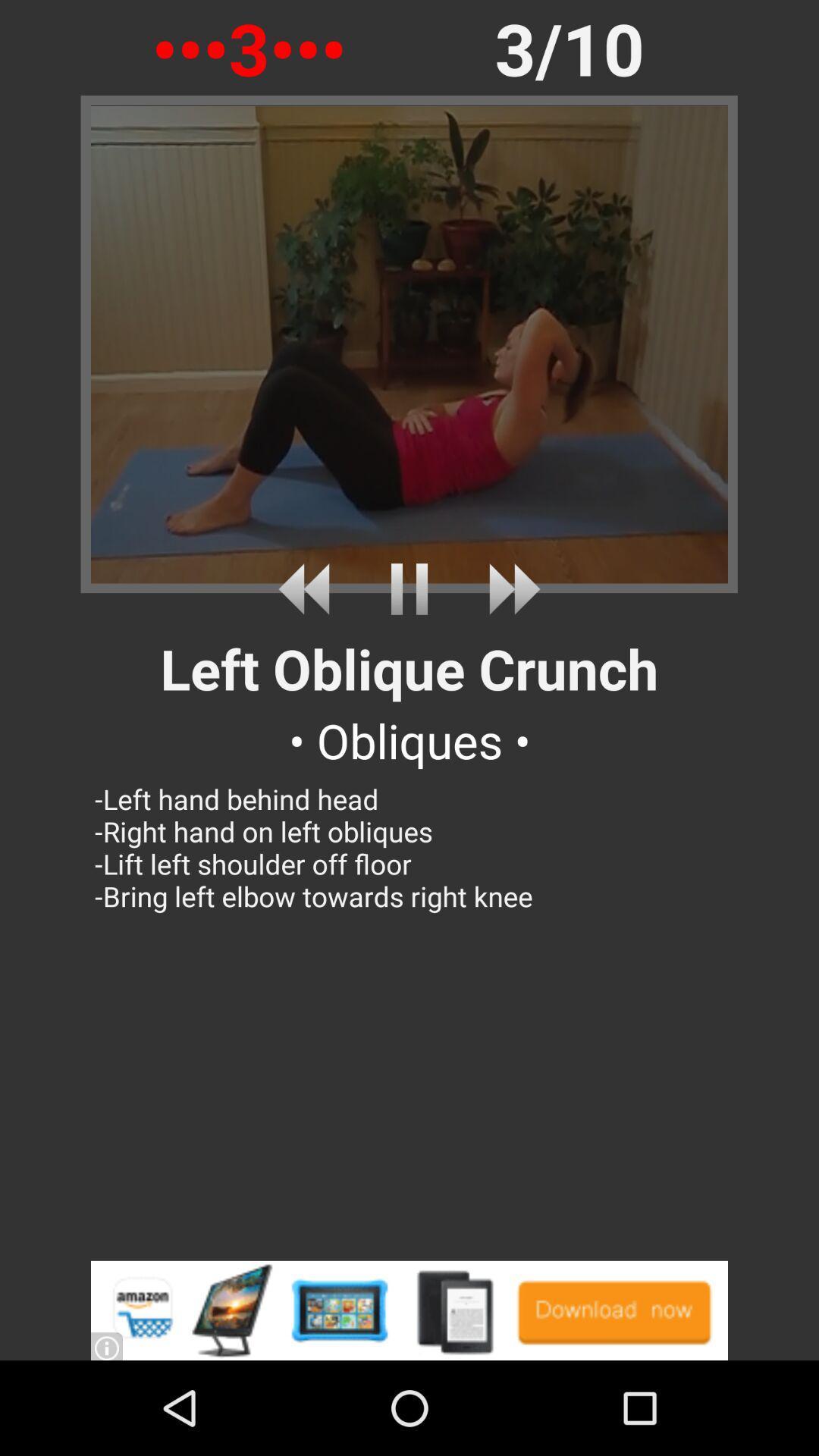 Image resolution: width=819 pixels, height=1456 pixels. What do you see at coordinates (309, 588) in the screenshot?
I see `go back` at bounding box center [309, 588].